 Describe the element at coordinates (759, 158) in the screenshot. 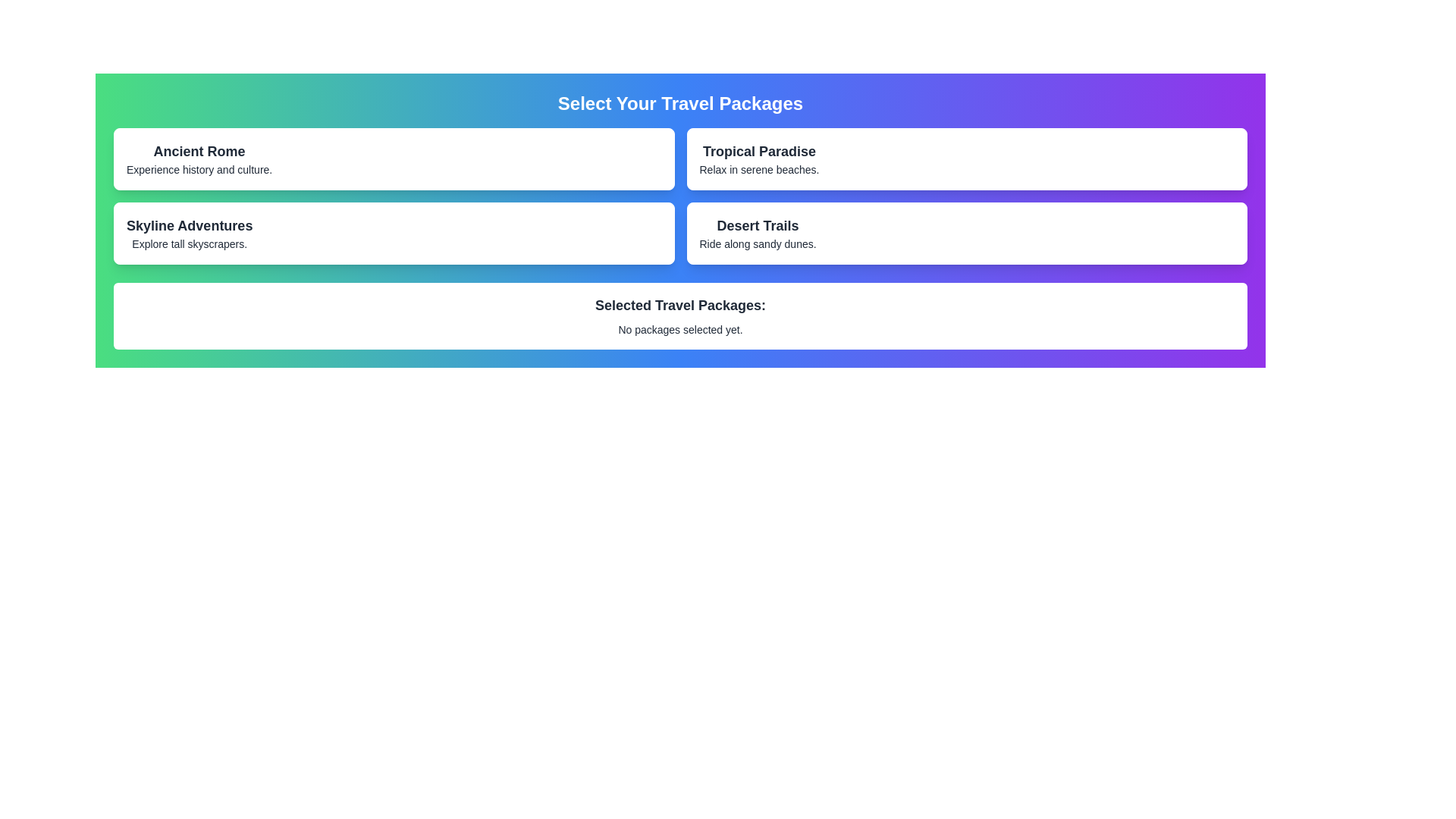

I see `the textual block labeled 'Tropical Paradise' in the upper-right corner of the application layout` at that location.